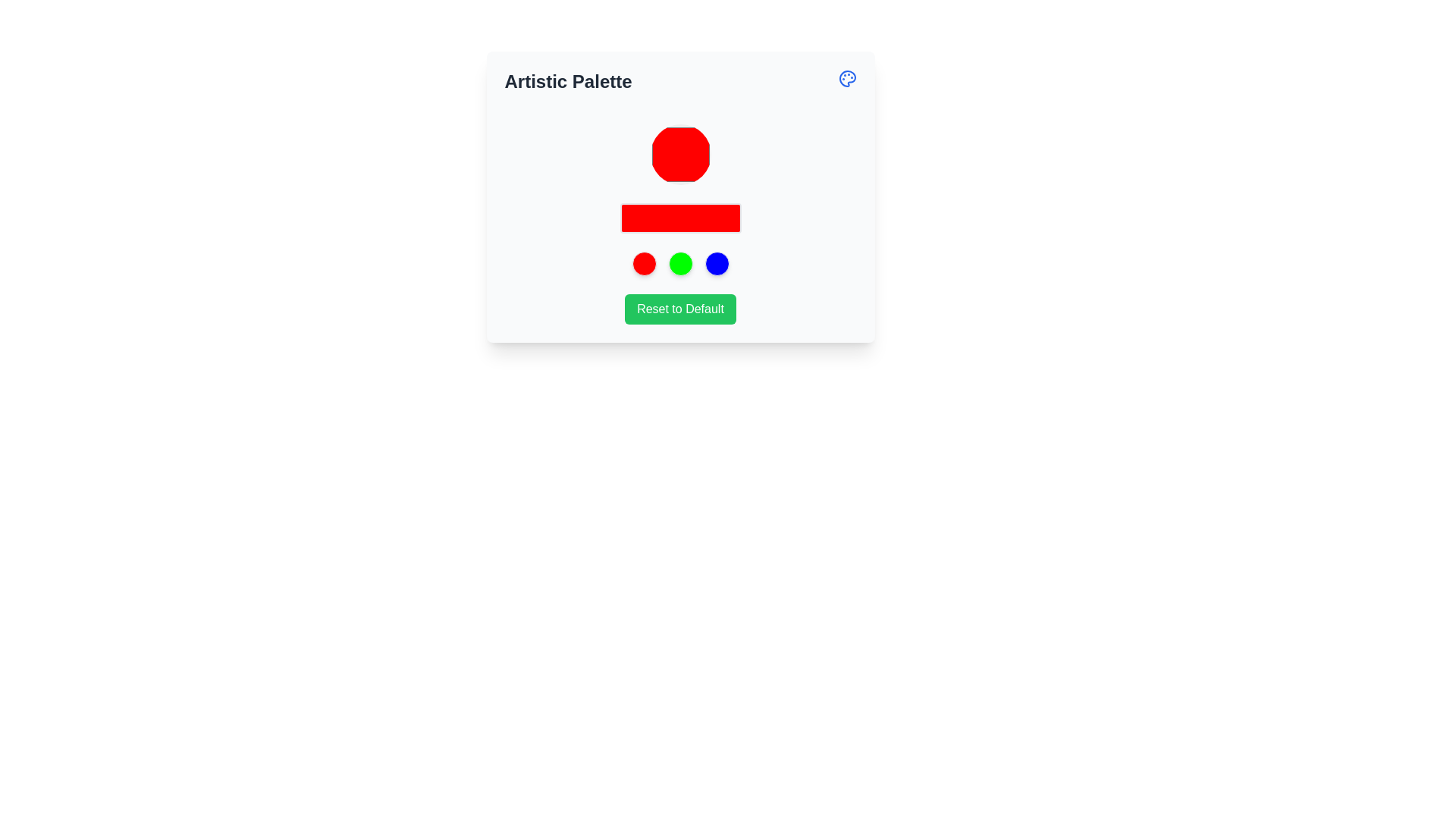  Describe the element at coordinates (679, 262) in the screenshot. I see `the middle circular toggle button with a green background` at that location.